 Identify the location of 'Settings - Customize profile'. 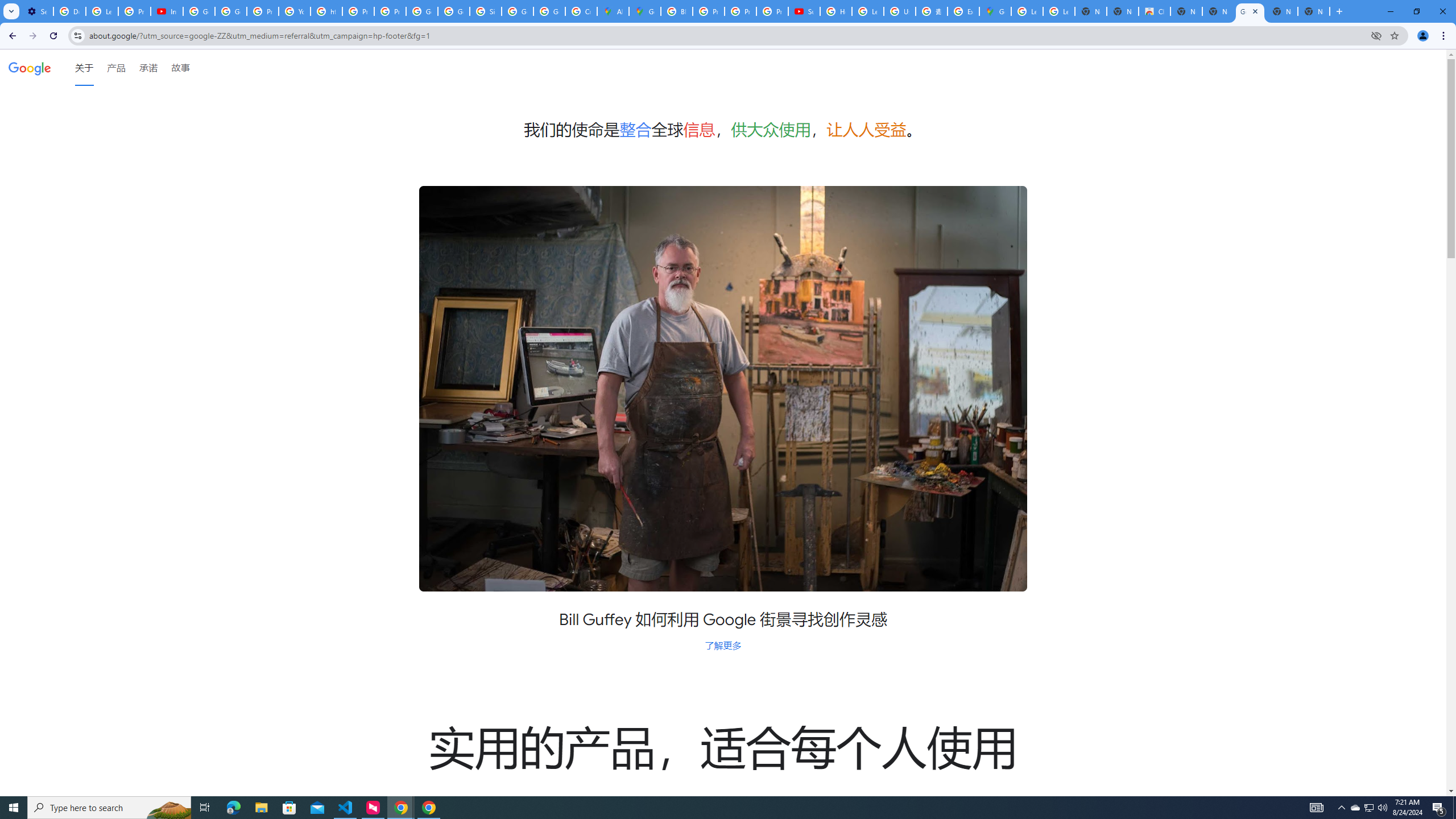
(37, 11).